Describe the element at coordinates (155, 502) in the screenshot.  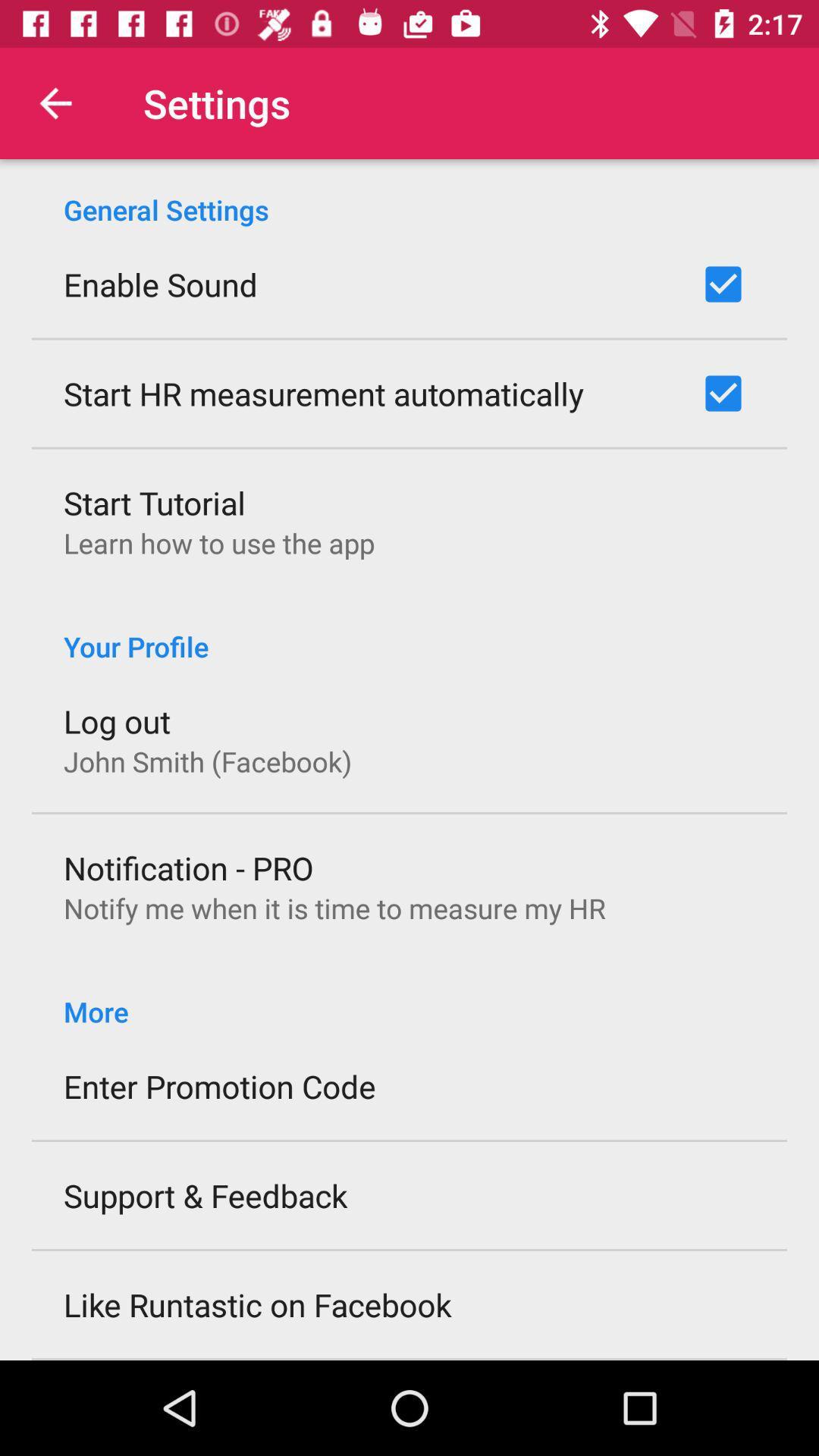
I see `icon above the learn how to item` at that location.